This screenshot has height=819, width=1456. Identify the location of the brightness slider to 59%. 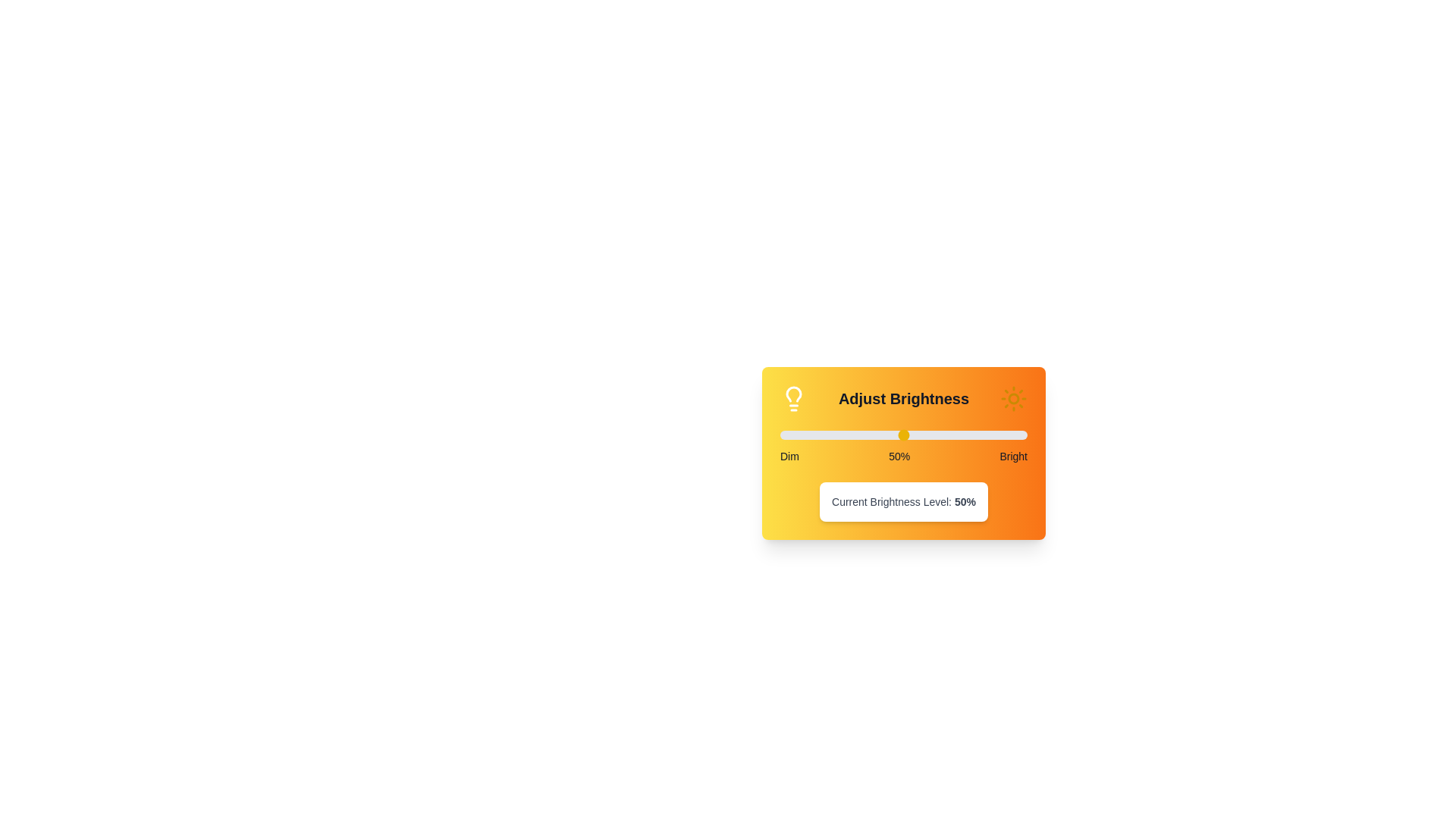
(925, 435).